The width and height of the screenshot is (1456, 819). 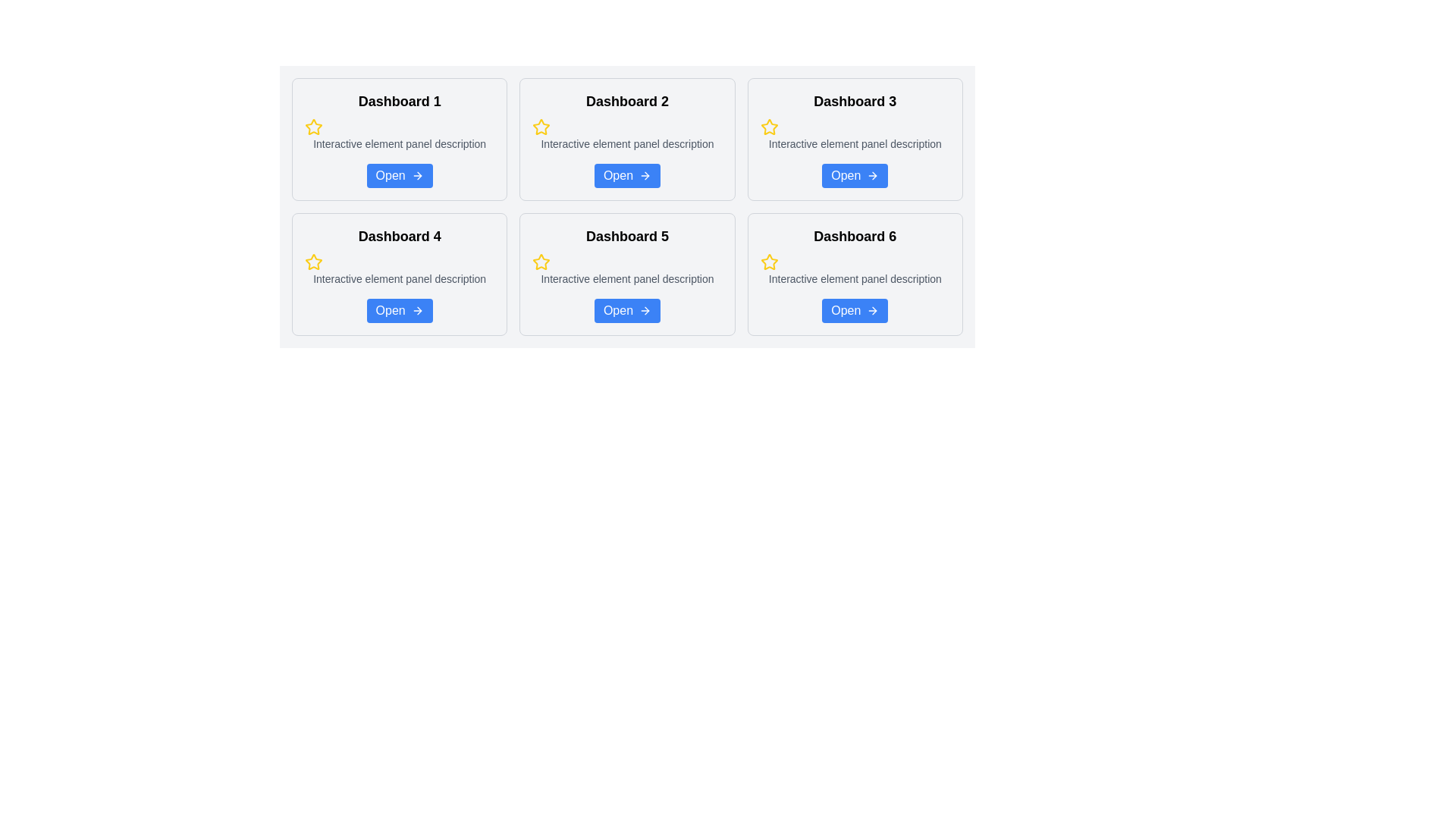 I want to click on the state change of the 'Open' button within the 'Dashboard 1' card by hovering over the arrow icon, so click(x=417, y=174).